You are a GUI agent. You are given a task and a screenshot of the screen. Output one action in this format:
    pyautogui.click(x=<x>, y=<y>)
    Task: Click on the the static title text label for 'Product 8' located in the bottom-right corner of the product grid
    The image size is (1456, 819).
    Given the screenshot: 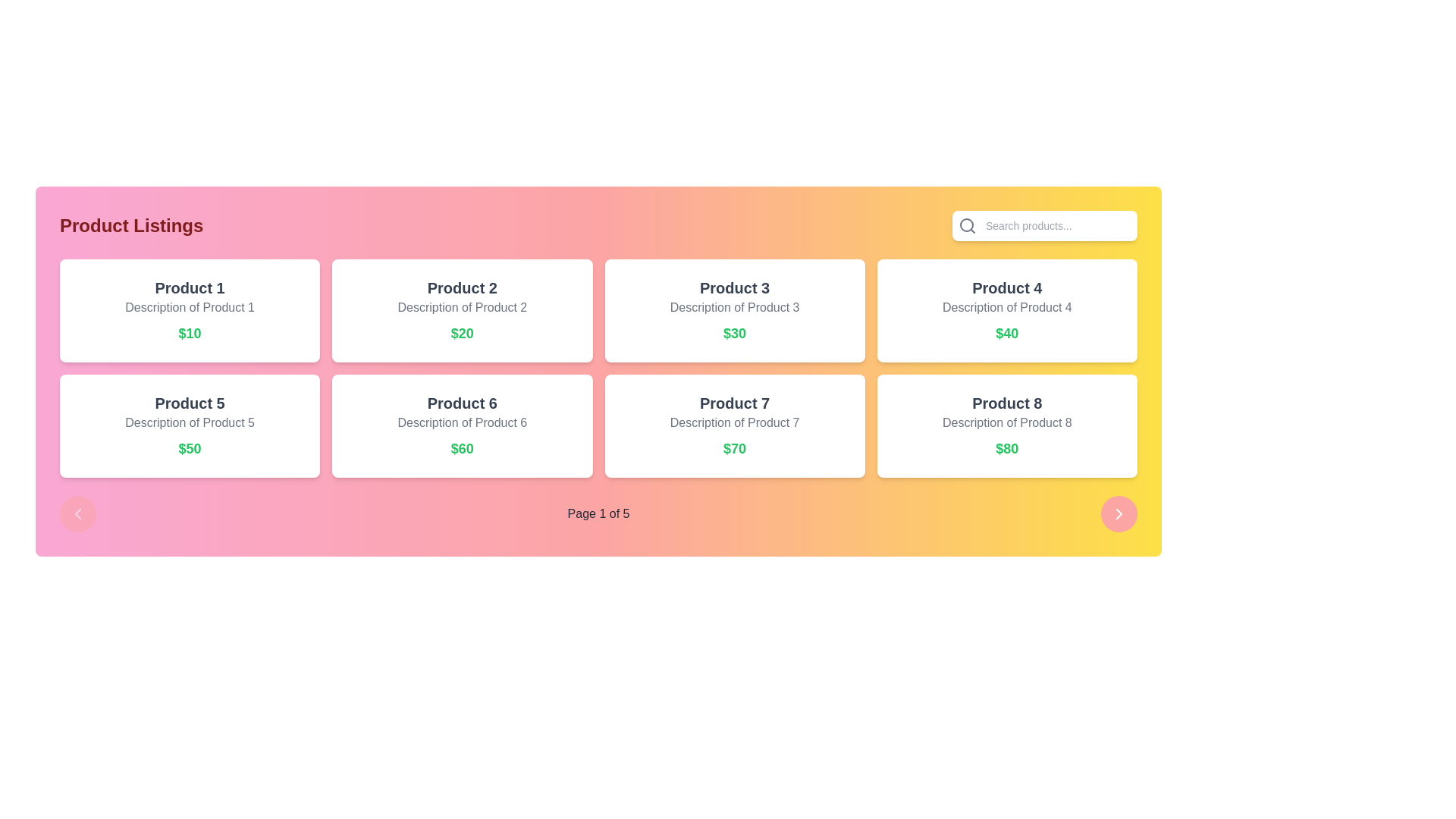 What is the action you would take?
    pyautogui.click(x=1007, y=403)
    